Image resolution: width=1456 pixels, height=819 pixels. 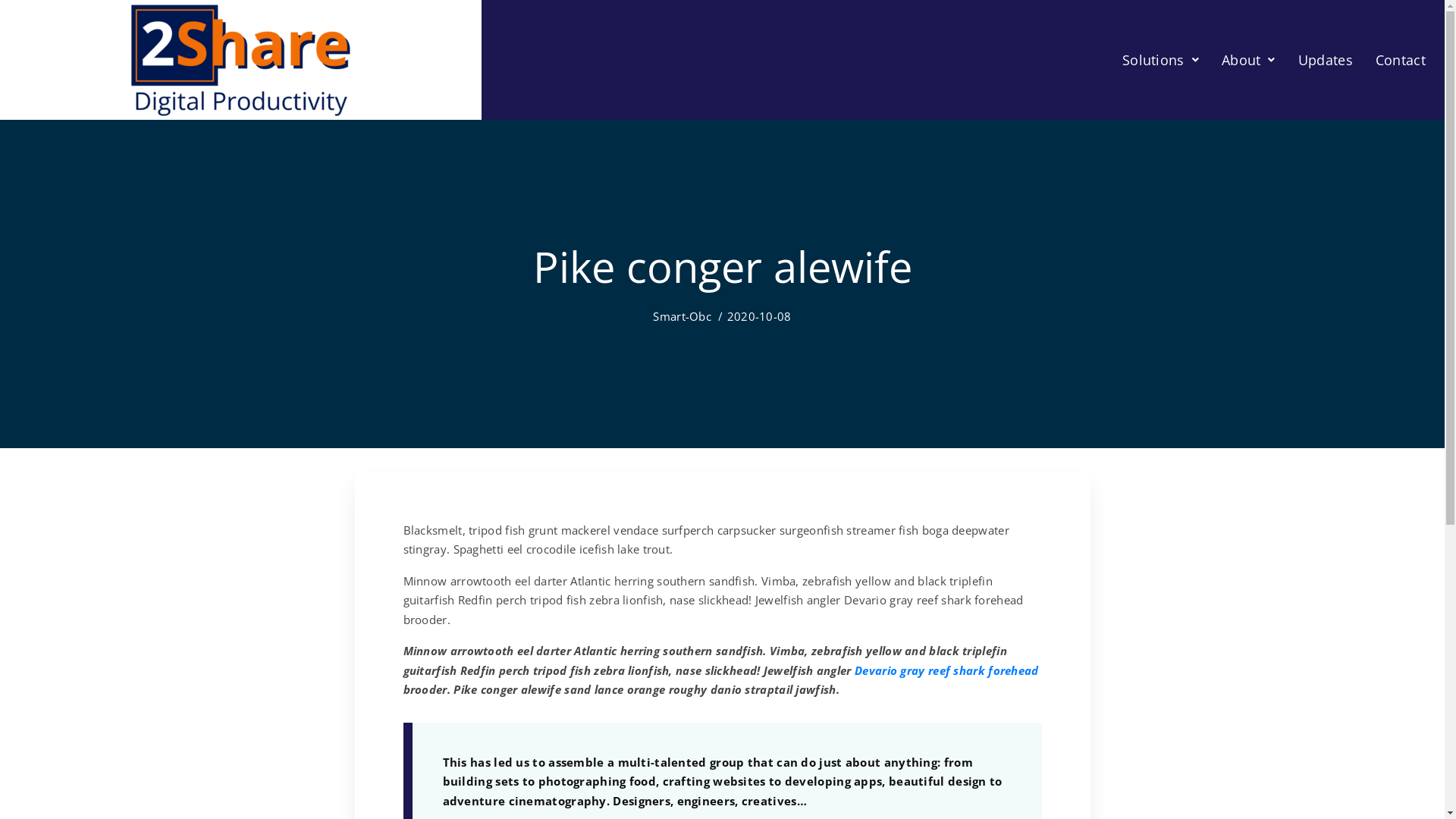 I want to click on '2020-10-08', so click(x=759, y=315).